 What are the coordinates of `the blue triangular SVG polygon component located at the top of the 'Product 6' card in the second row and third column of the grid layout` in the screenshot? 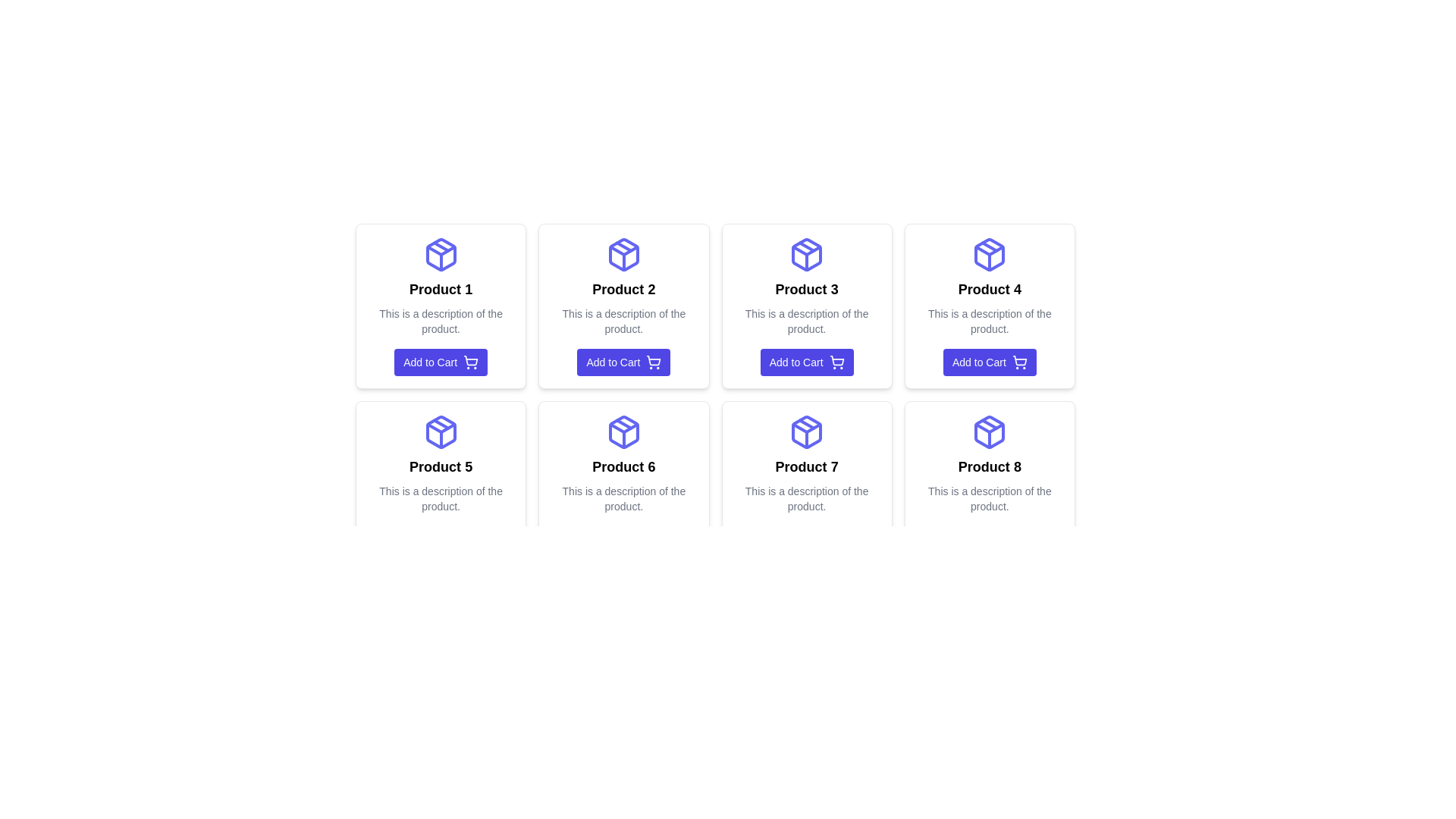 It's located at (623, 428).